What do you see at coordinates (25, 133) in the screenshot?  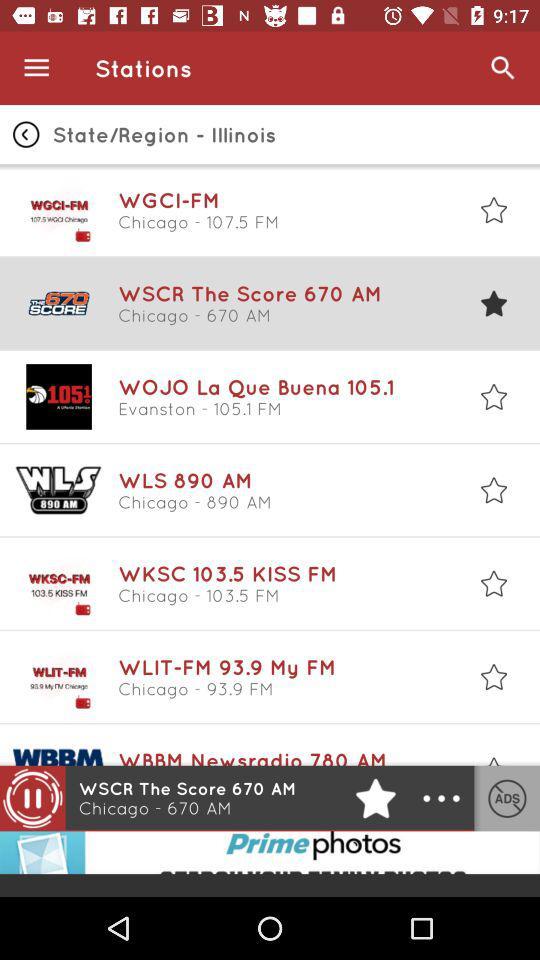 I see `the arrow_backward icon` at bounding box center [25, 133].